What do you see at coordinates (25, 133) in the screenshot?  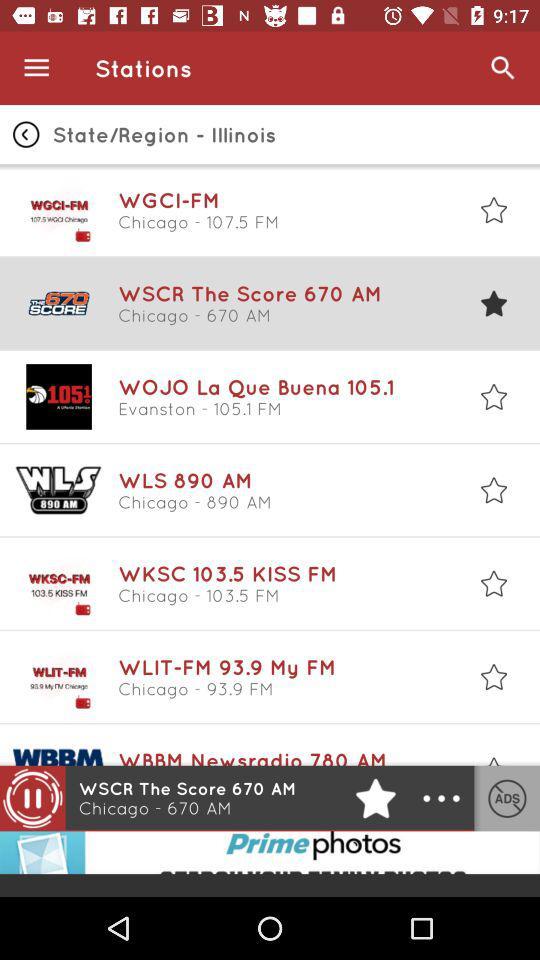 I see `the arrow_backward icon` at bounding box center [25, 133].